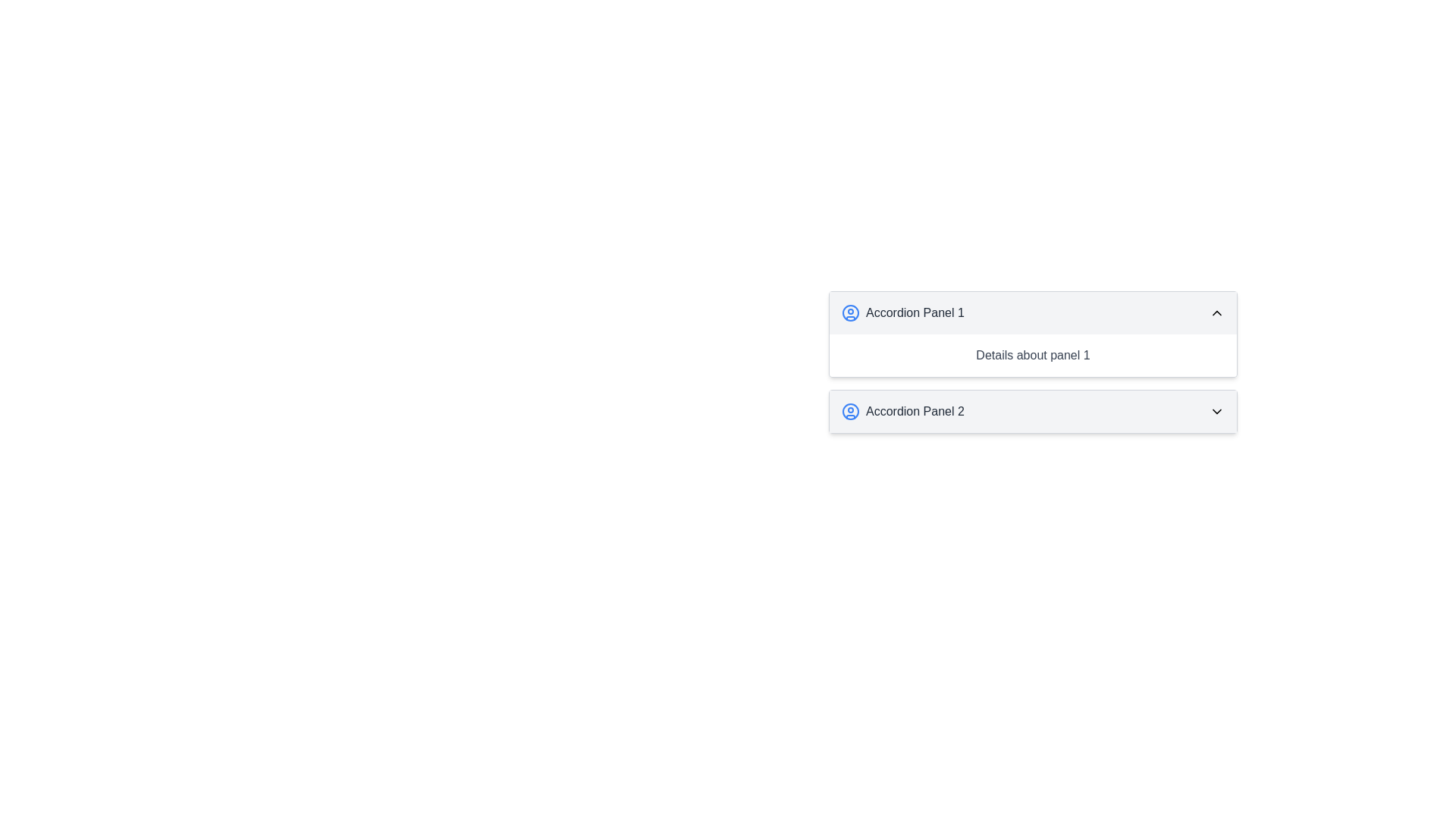  Describe the element at coordinates (1032, 356) in the screenshot. I see `the static text label displaying 'Details about panel 1', which is centered within the light gray box of 'Accordion Panel 1'` at that location.